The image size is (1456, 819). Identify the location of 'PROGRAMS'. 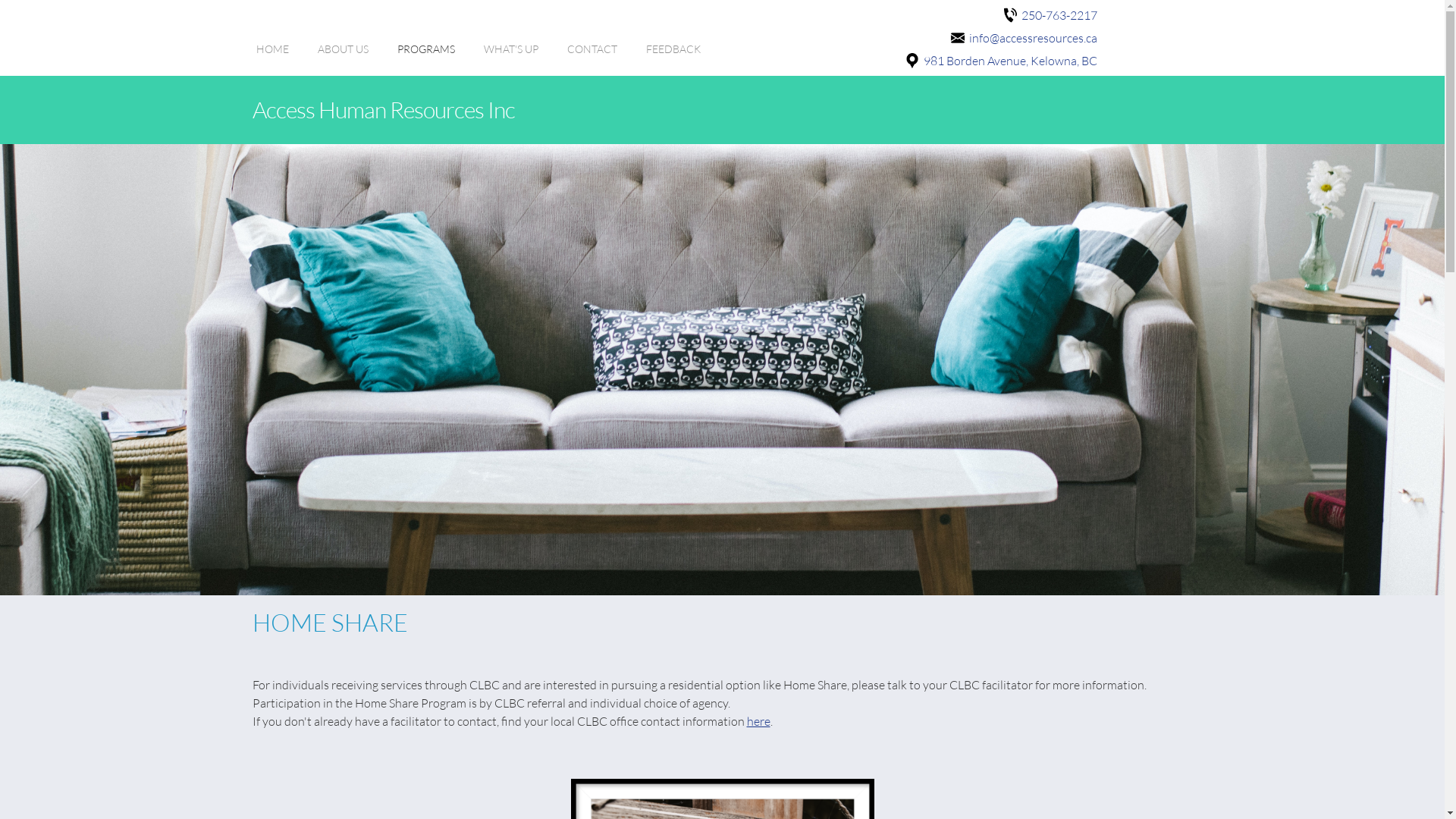
(425, 55).